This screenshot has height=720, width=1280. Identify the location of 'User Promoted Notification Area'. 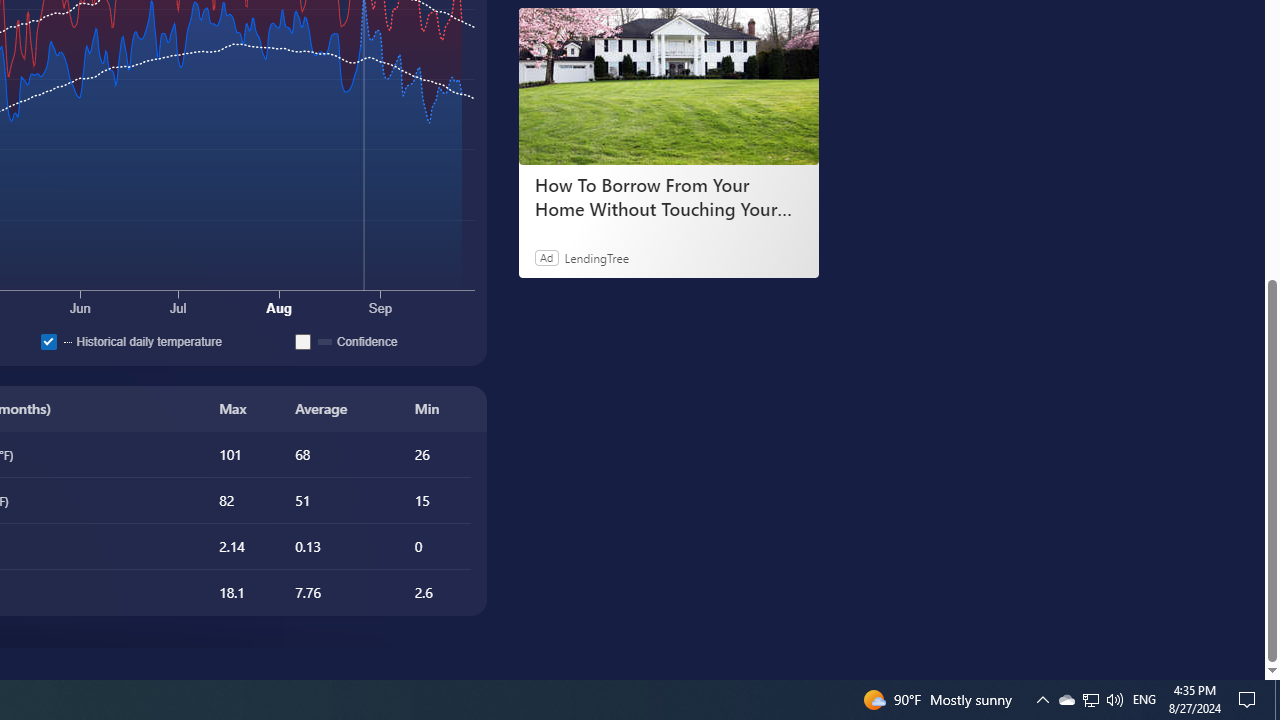
(1090, 698).